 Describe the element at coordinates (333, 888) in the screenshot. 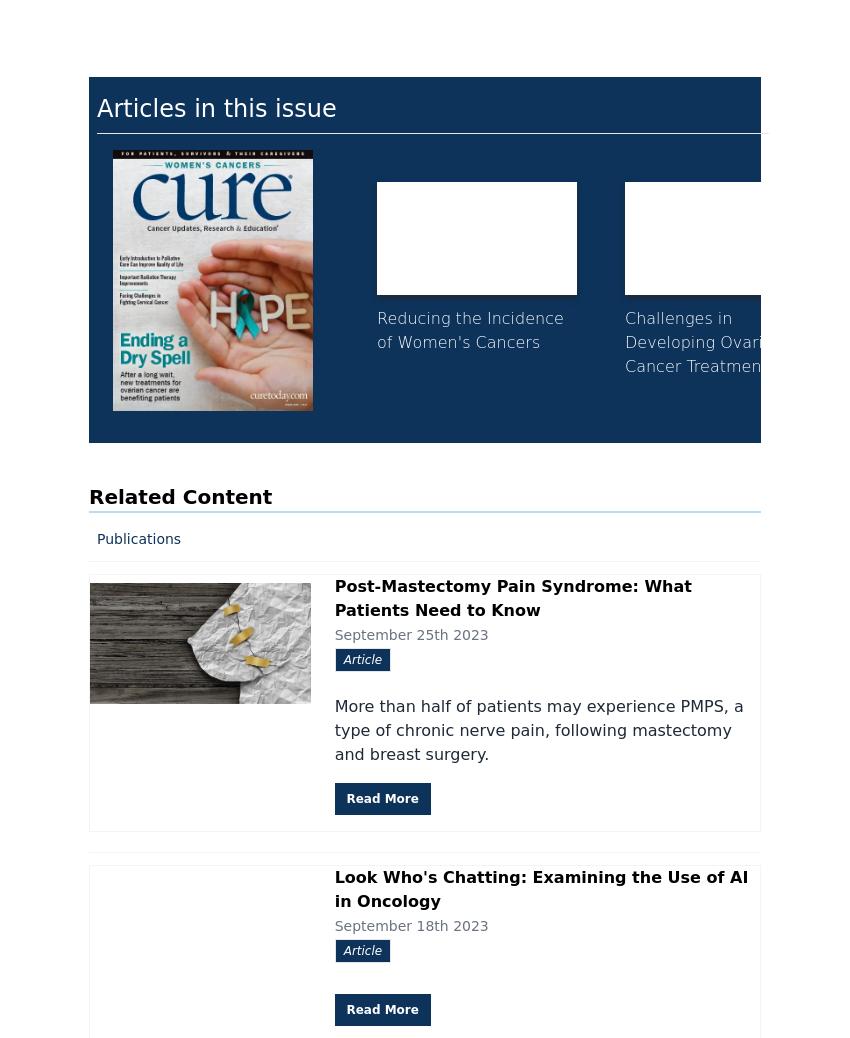

I see `'Look Who's Chatting: Examining the Use of AI in Oncology'` at that location.